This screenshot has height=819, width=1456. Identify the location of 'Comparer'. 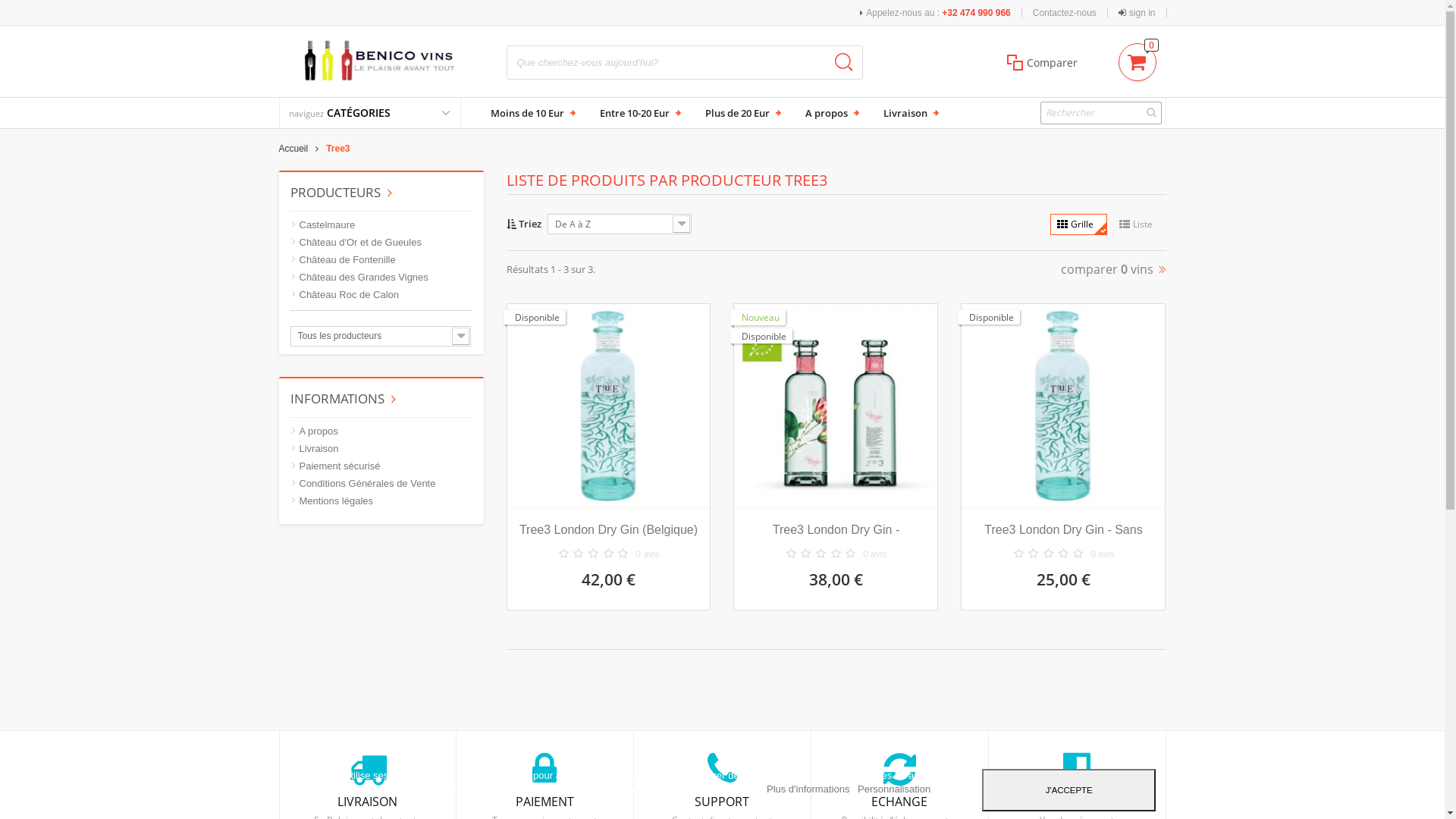
(1001, 61).